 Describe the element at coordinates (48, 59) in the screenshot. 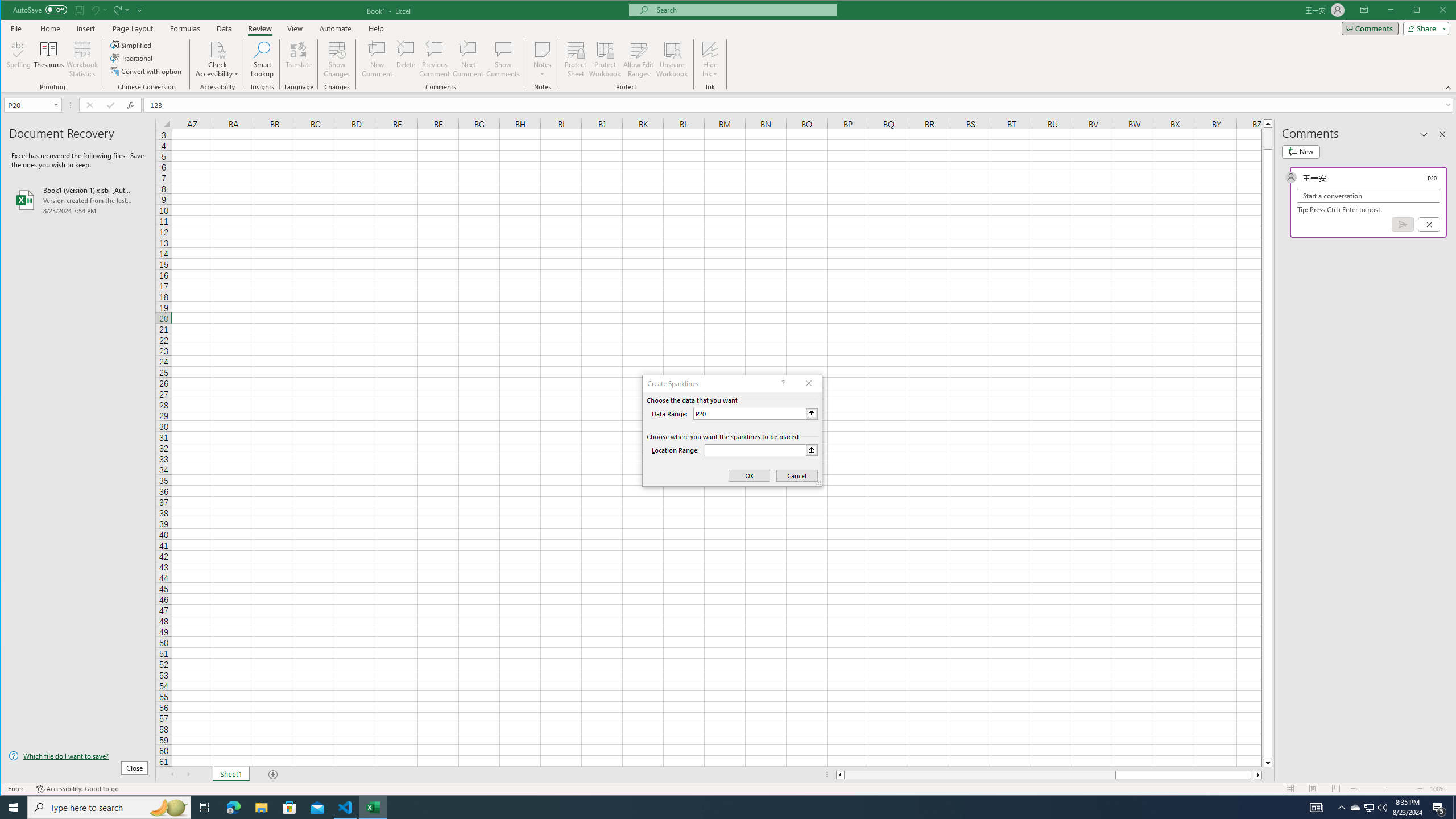

I see `'Thesaurus...'` at that location.